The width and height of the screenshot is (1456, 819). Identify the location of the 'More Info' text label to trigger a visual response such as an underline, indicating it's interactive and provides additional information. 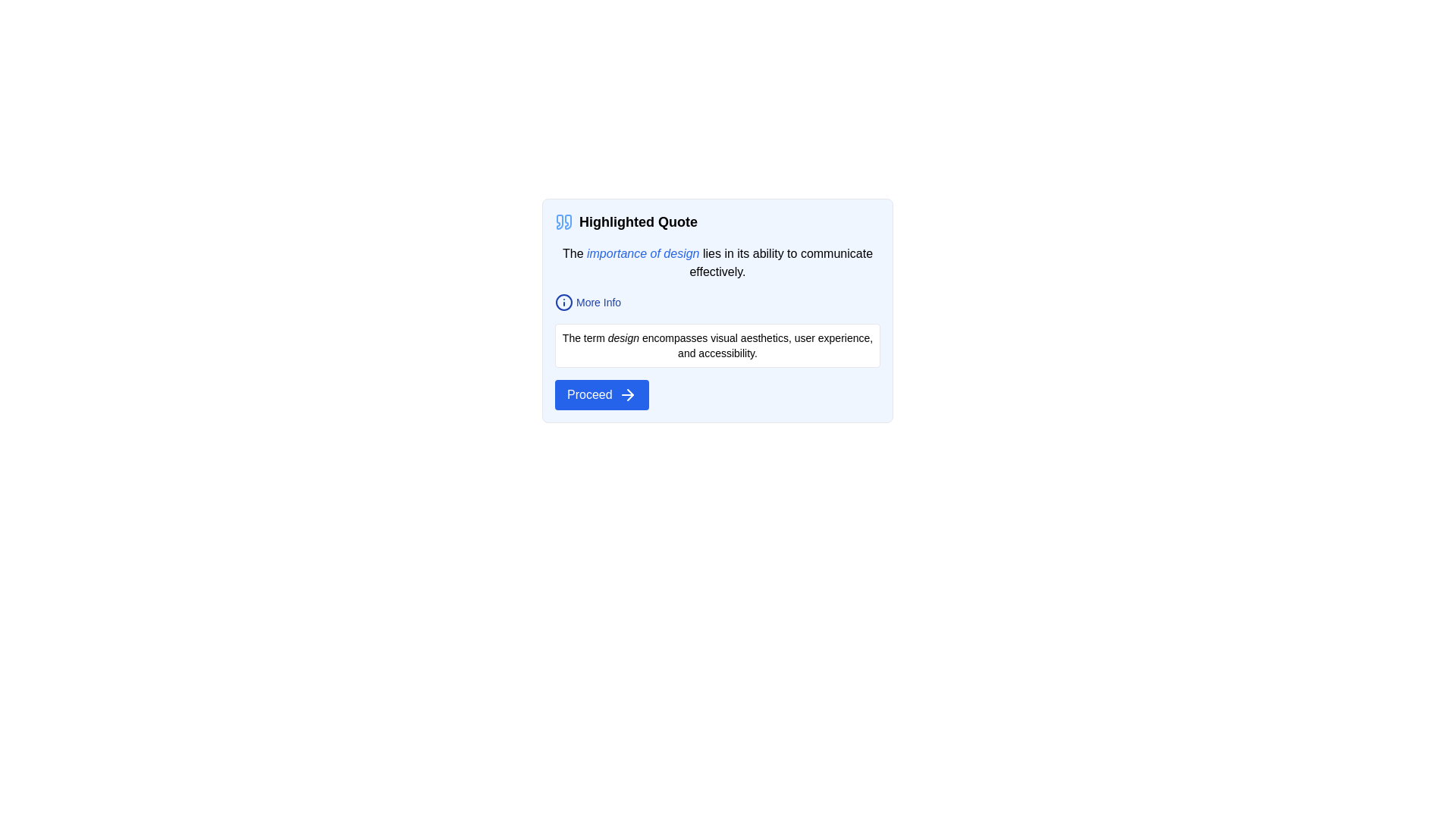
(598, 302).